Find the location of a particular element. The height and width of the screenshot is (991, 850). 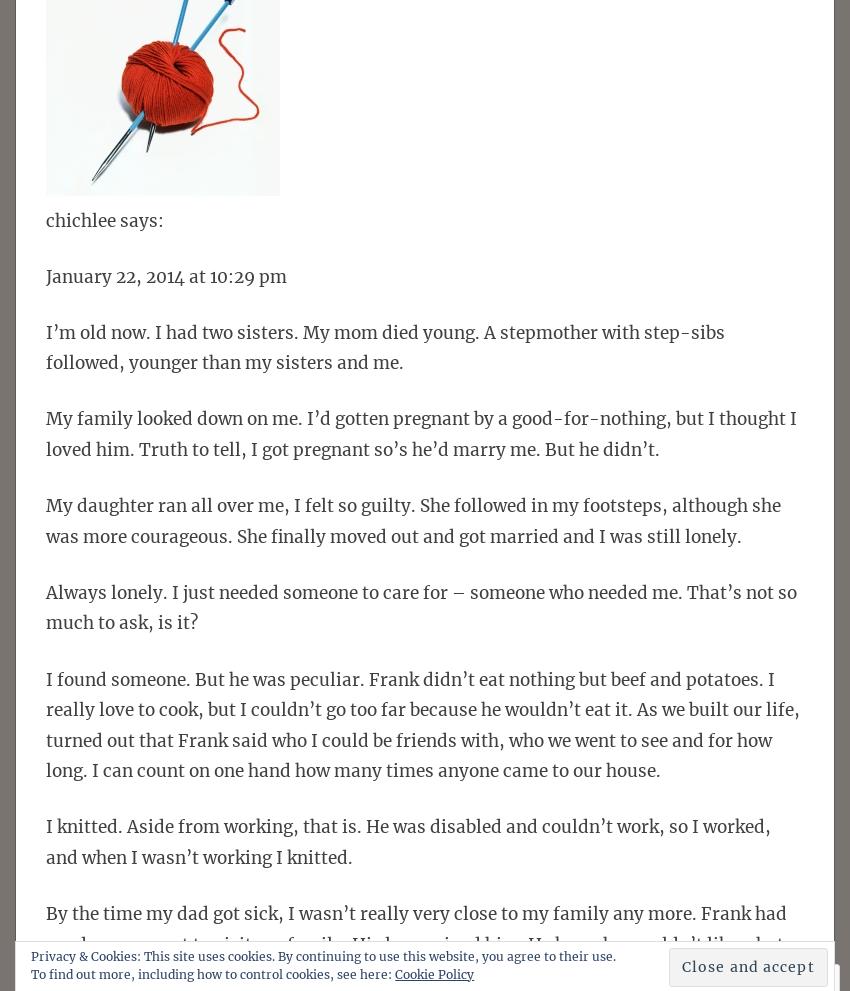

'I found someone. But he was peculiar. Frank didn’t eat nothing but beef and potatoes. I really love to cook, but I couldn’t go too far because he wouldn’t eat it. As we built our life, turned out that Frank said who I could be friends with, who we went to see and for how long. I can count on one hand how many times anyone came to our house.' is located at coordinates (422, 724).